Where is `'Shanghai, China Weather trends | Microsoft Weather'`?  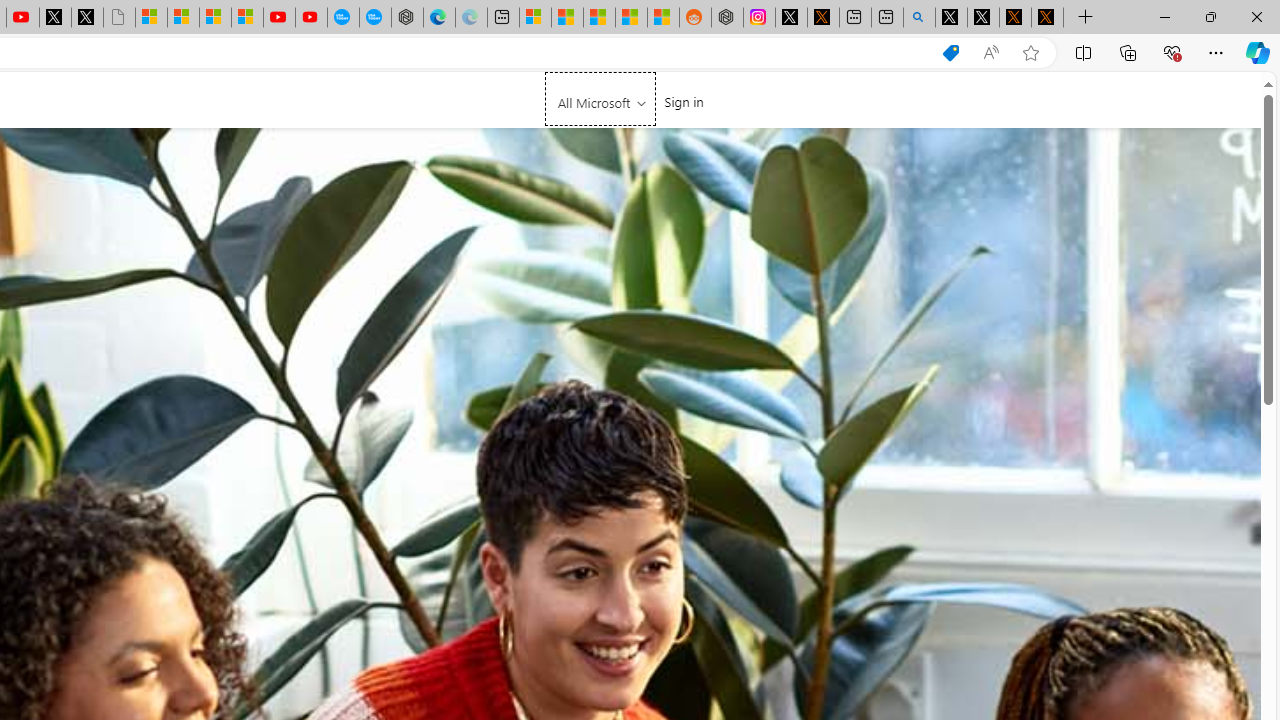 'Shanghai, China Weather trends | Microsoft Weather' is located at coordinates (663, 17).